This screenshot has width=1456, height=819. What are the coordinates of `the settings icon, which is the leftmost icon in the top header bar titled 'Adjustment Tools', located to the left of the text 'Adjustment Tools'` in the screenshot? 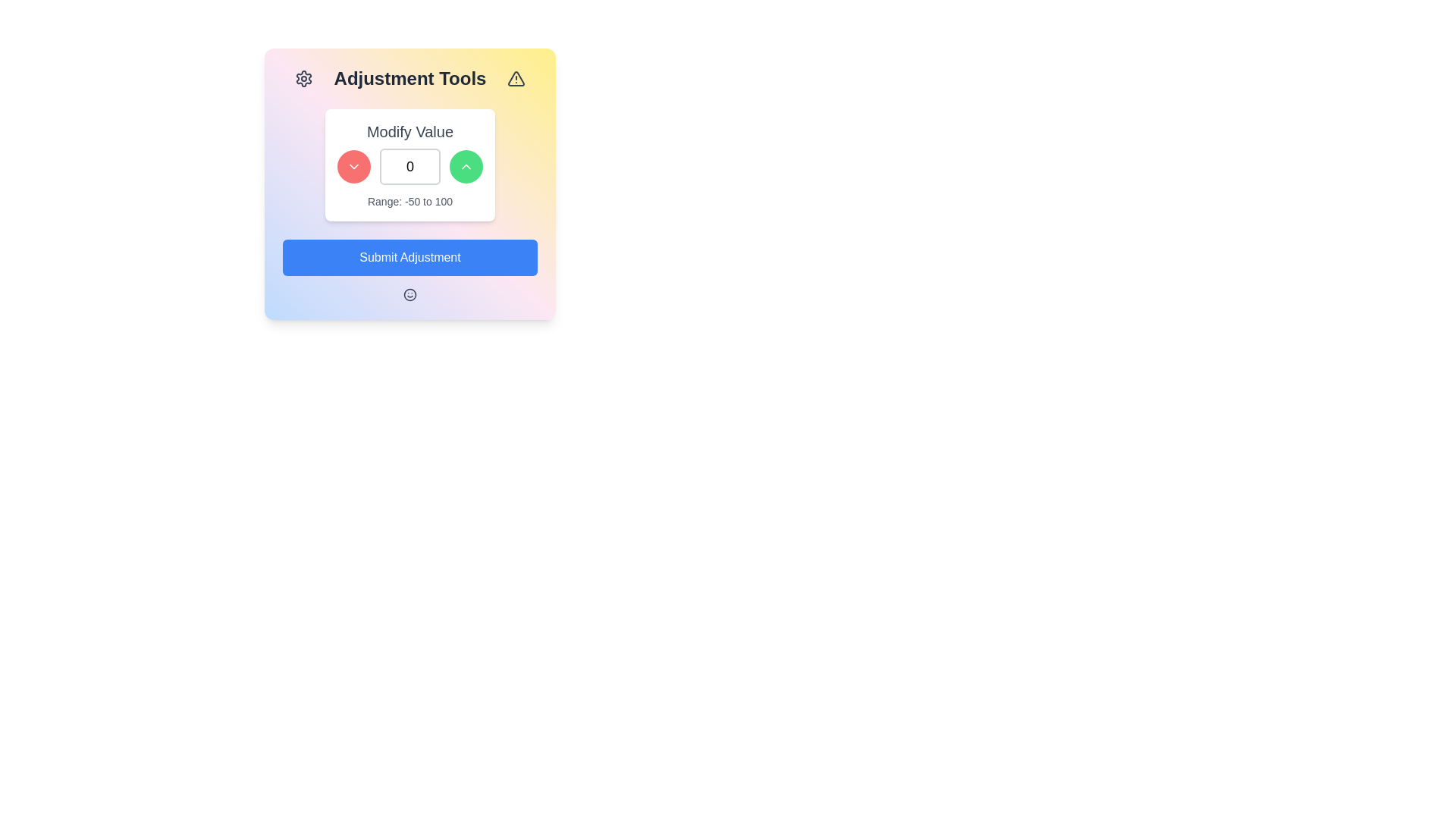 It's located at (303, 79).